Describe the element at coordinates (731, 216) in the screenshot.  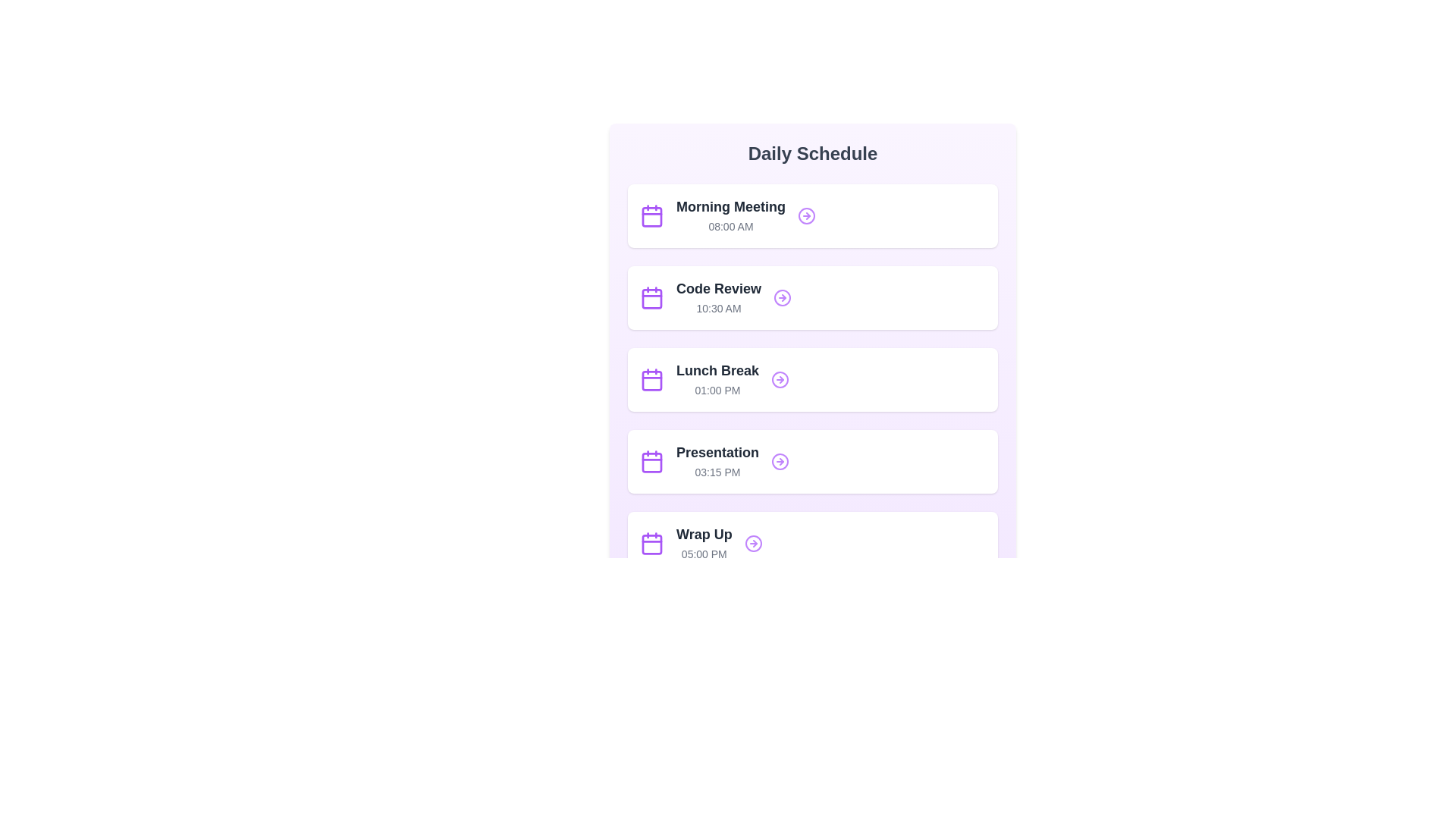
I see `information displayed in the 'Morning Meeting' text label located at the top of the 'Daily Schedule' card, which includes the meeting title and time` at that location.